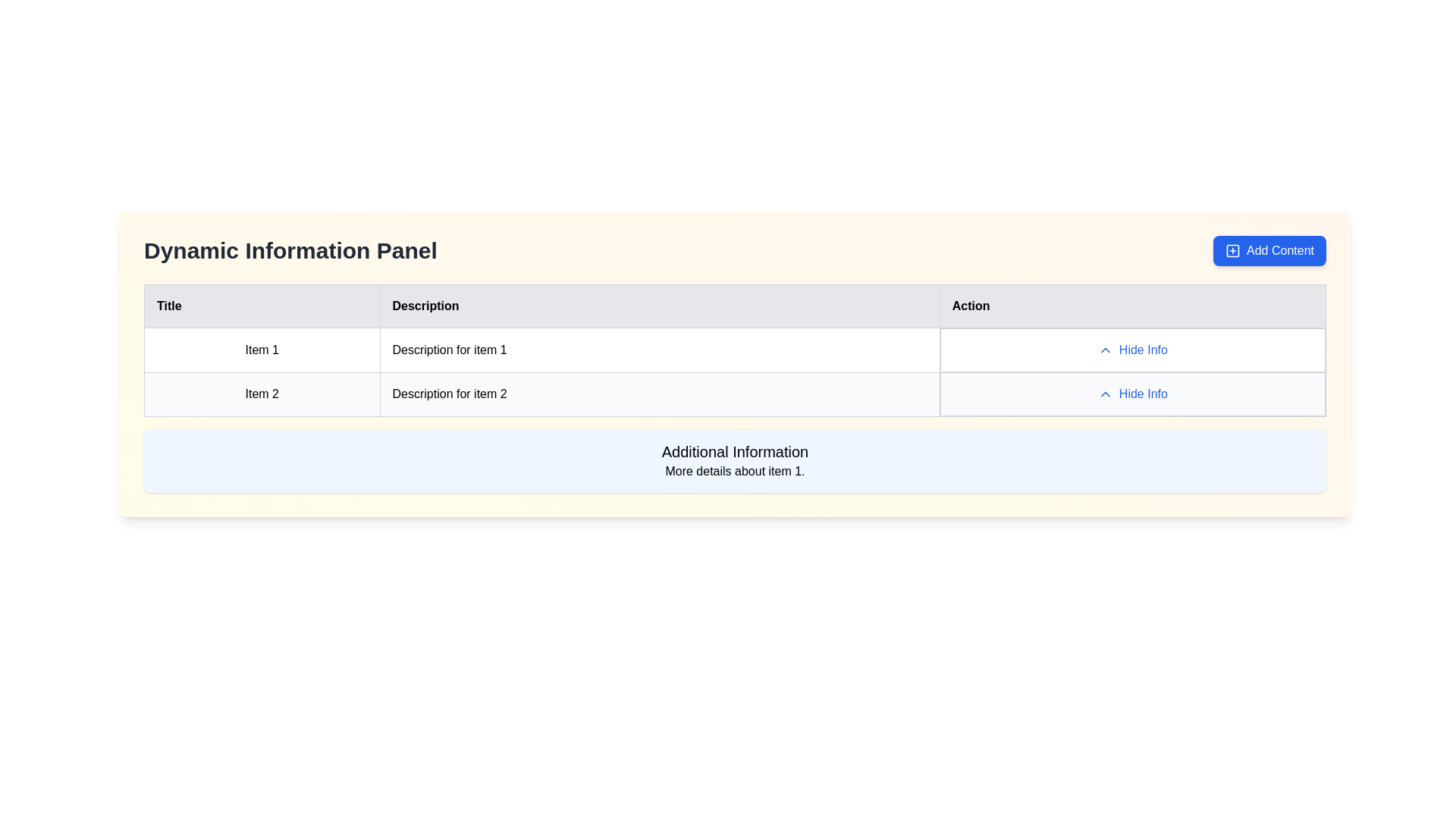  Describe the element at coordinates (1269, 250) in the screenshot. I see `the button located at the top-right of the 'Dynamic Information Panel'` at that location.